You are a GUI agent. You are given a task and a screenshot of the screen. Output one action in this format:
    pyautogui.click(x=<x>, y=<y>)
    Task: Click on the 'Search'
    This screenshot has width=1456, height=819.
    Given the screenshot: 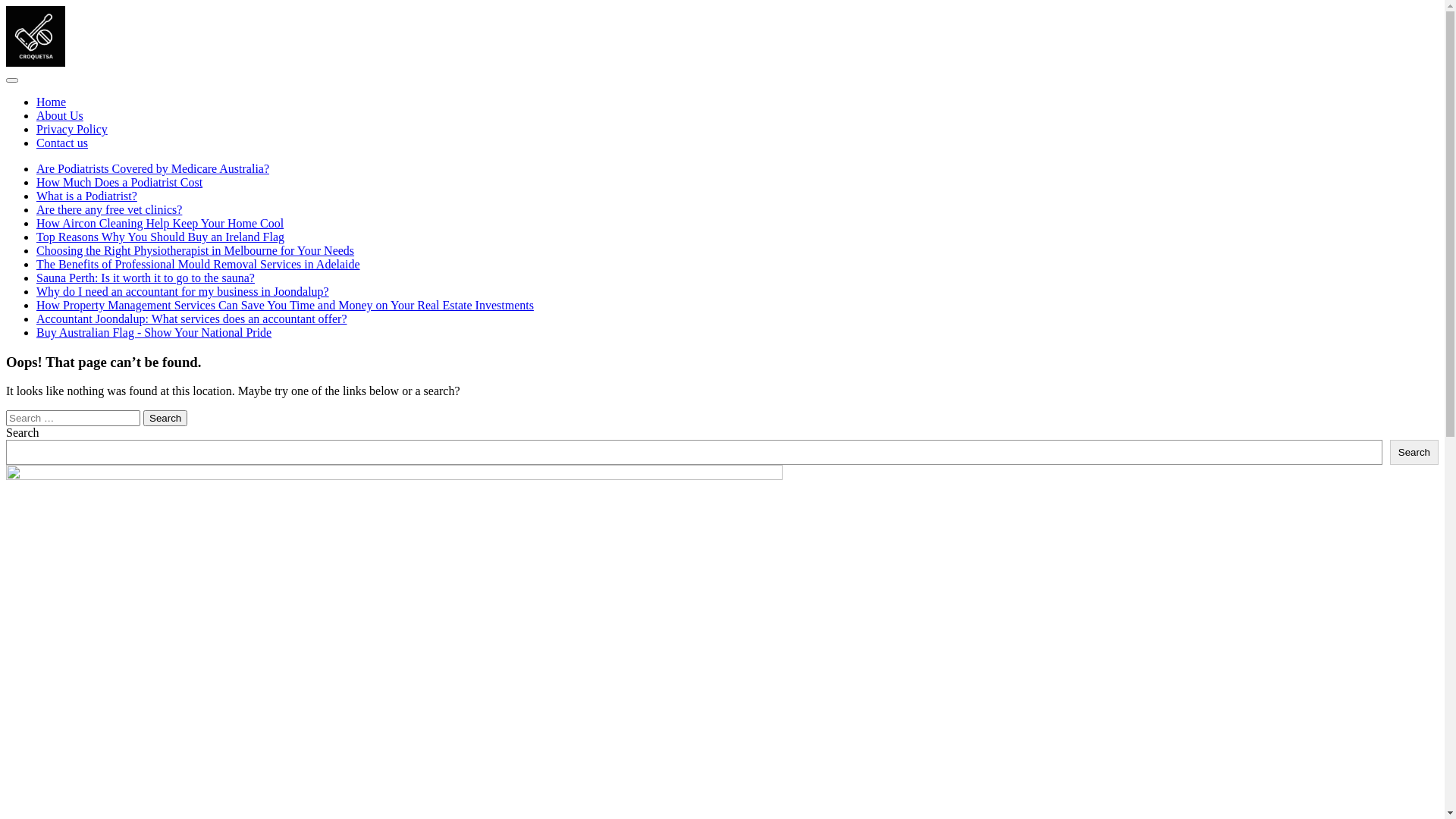 What is the action you would take?
    pyautogui.click(x=165, y=418)
    